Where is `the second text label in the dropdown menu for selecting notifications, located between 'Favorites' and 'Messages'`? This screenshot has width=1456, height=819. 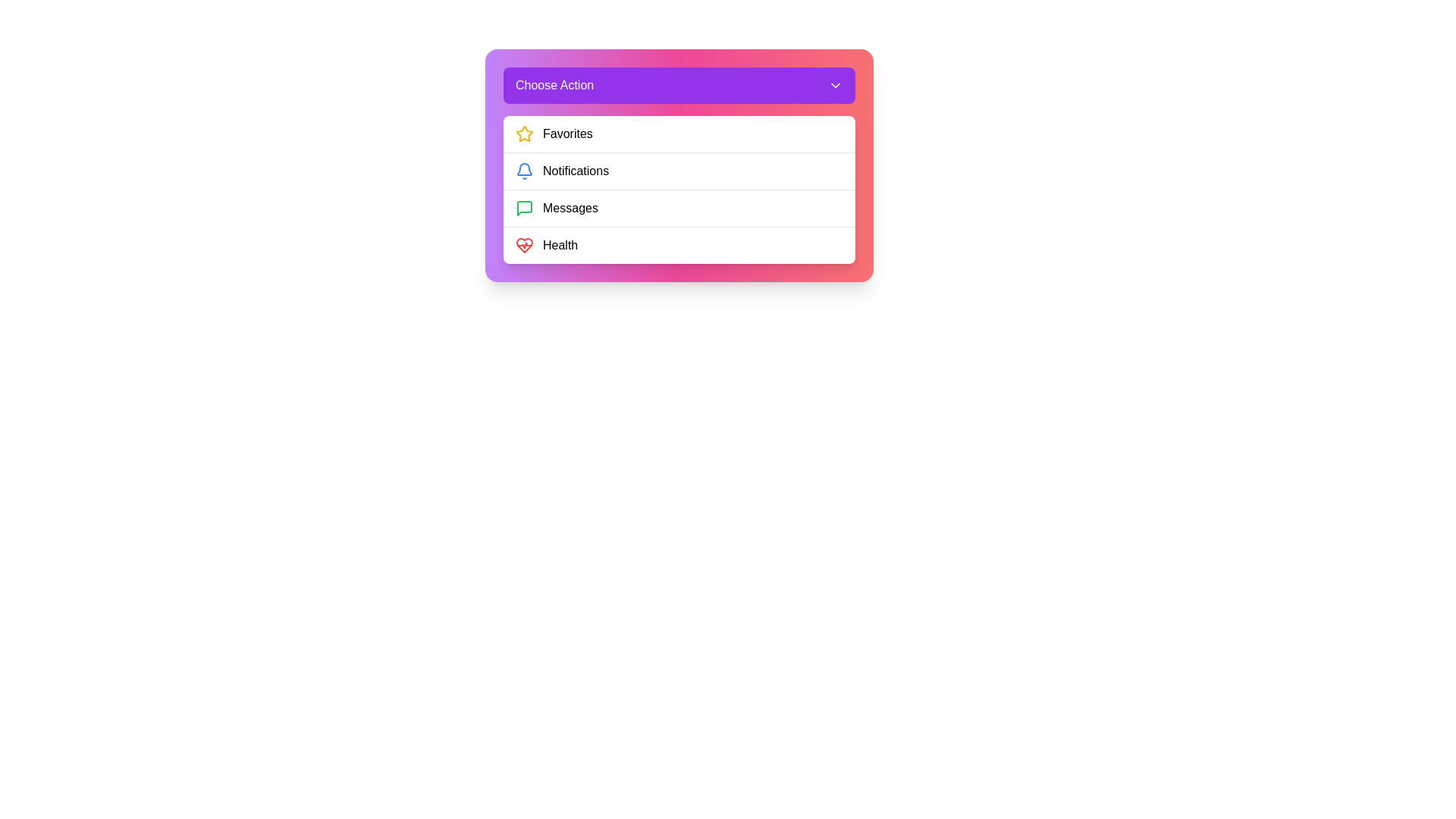
the second text label in the dropdown menu for selecting notifications, located between 'Favorites' and 'Messages' is located at coordinates (575, 171).